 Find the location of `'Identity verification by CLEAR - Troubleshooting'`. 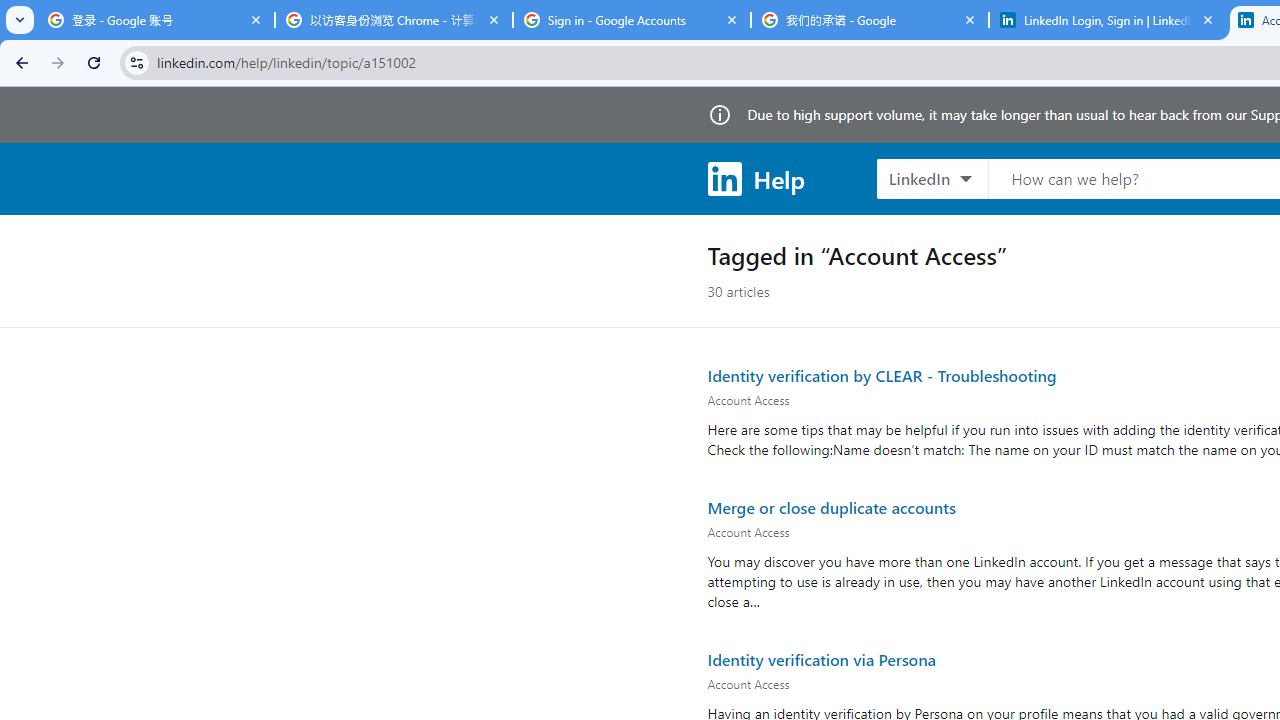

'Identity verification by CLEAR - Troubleshooting' is located at coordinates (880, 375).